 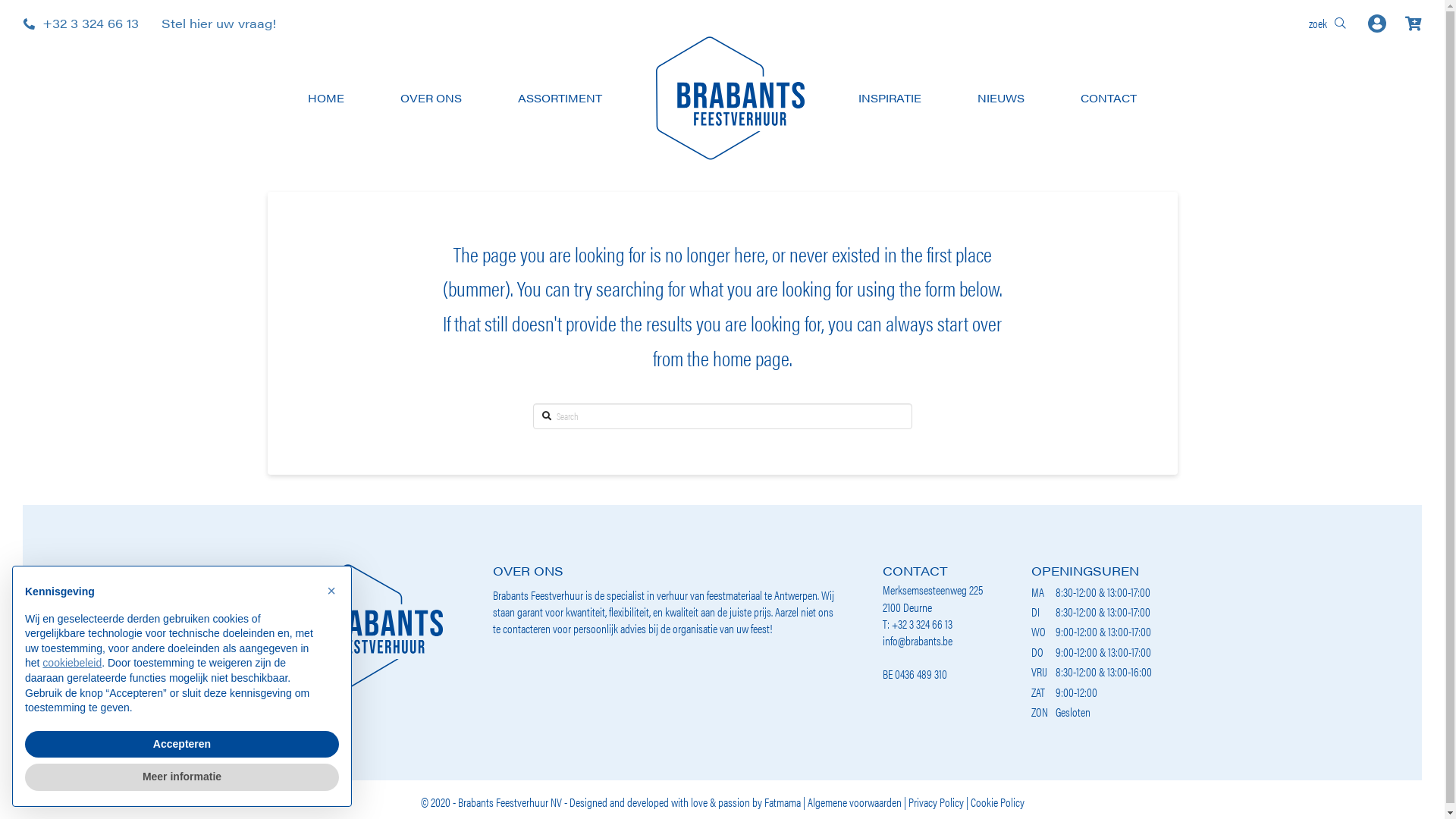 What do you see at coordinates (882, 640) in the screenshot?
I see `'info@brabants.be'` at bounding box center [882, 640].